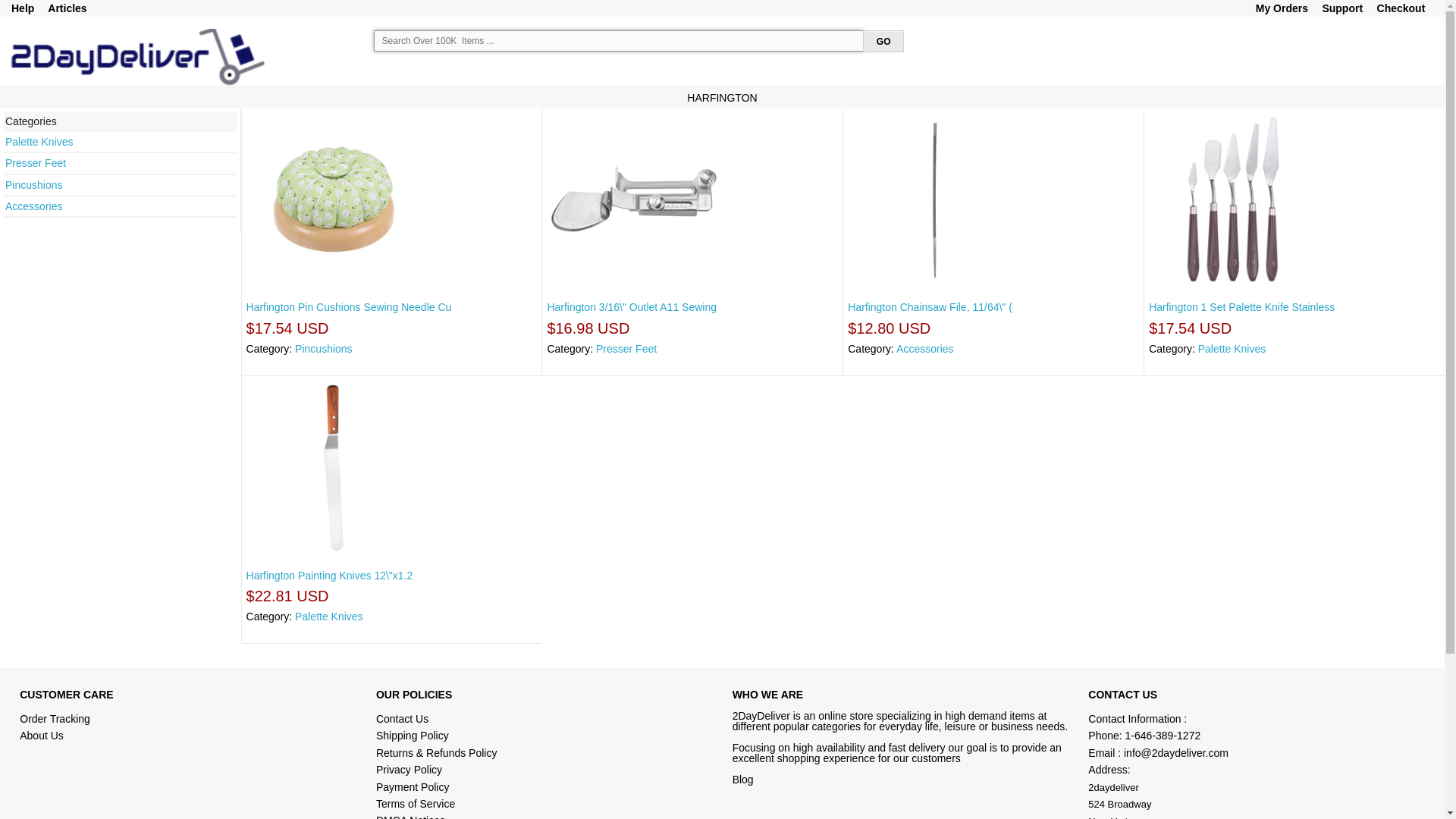  What do you see at coordinates (412, 786) in the screenshot?
I see `'Payment Policy'` at bounding box center [412, 786].